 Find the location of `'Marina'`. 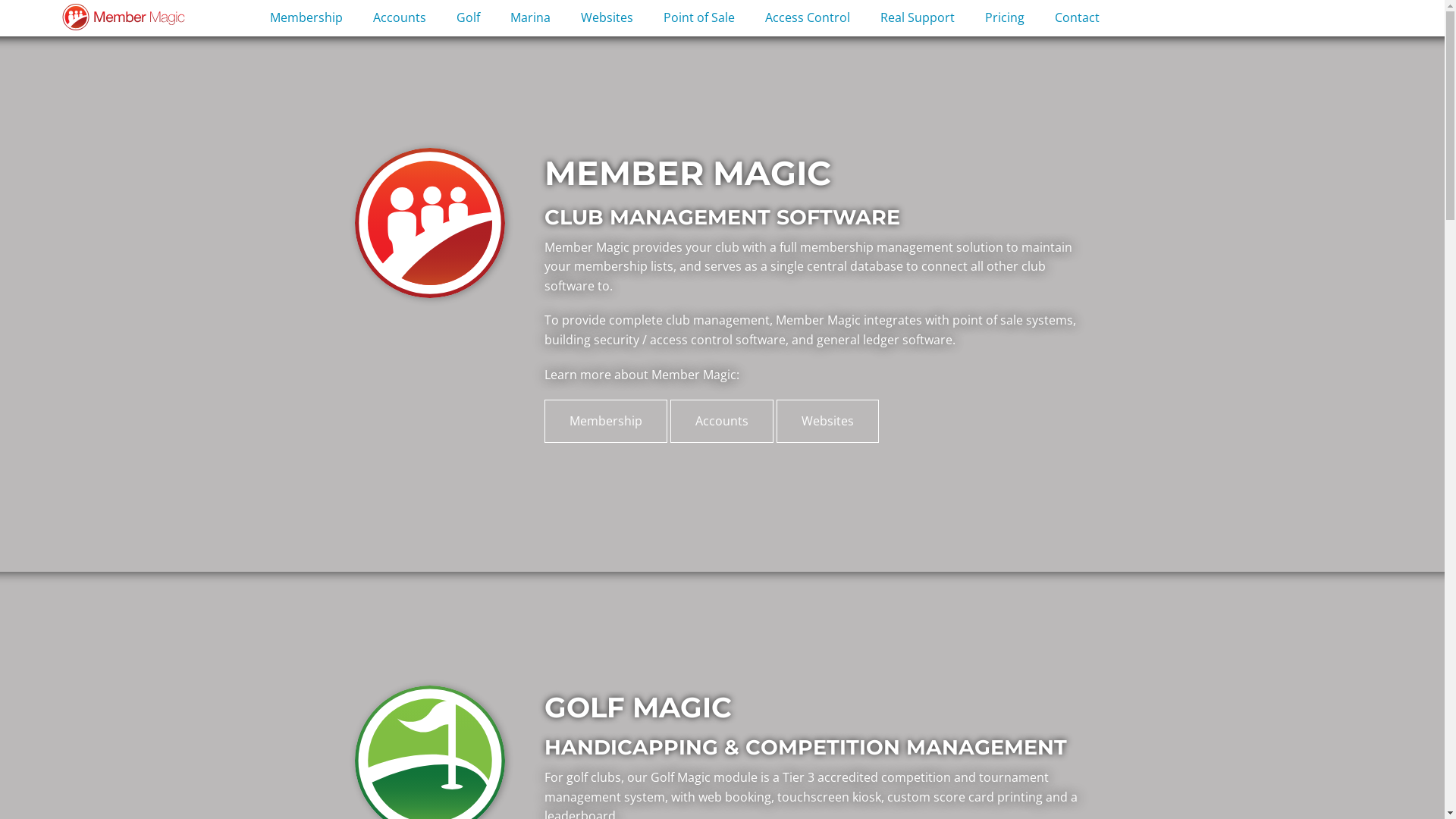

'Marina' is located at coordinates (530, 18).